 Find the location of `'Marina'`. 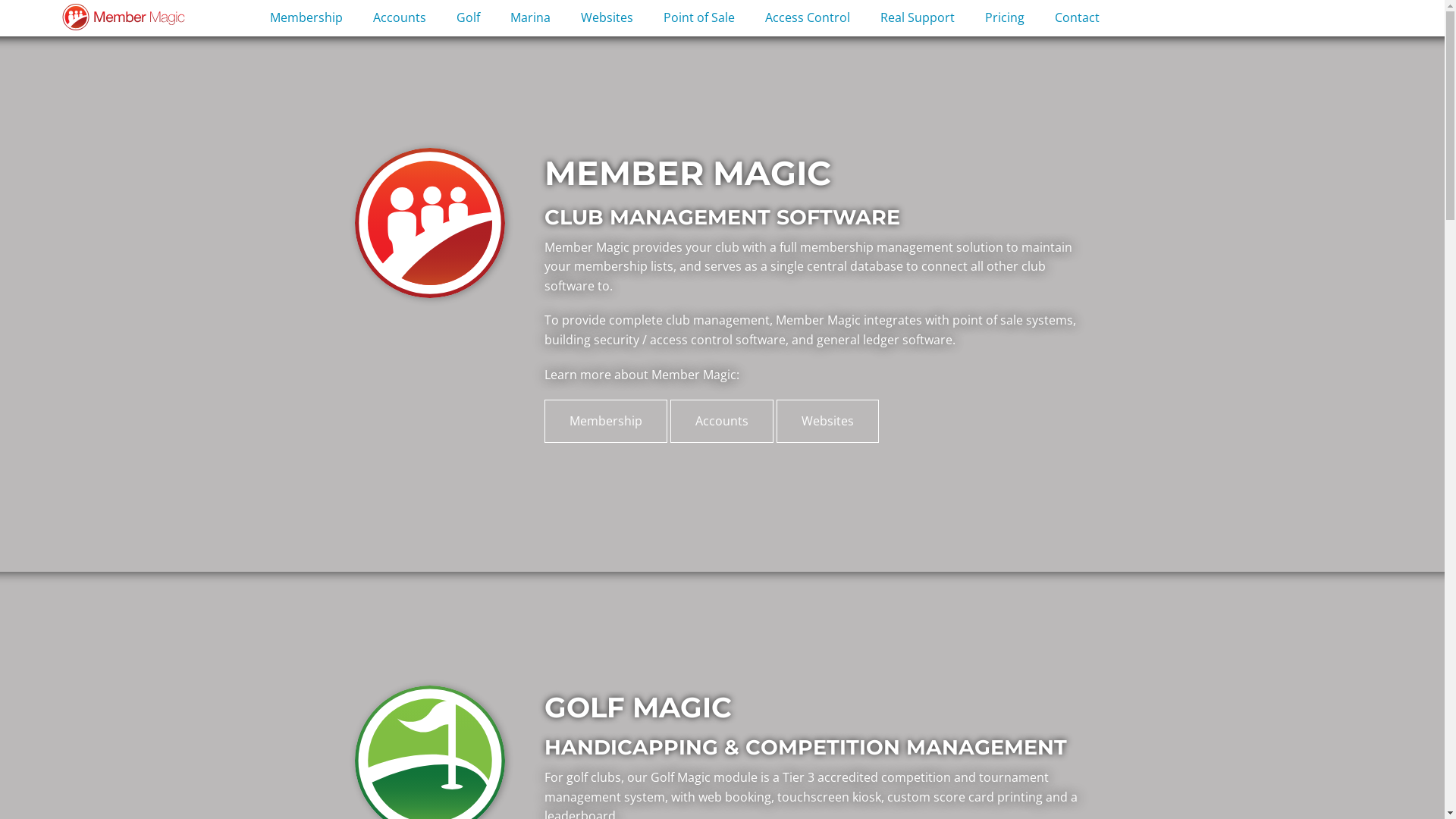

'Marina' is located at coordinates (530, 18).